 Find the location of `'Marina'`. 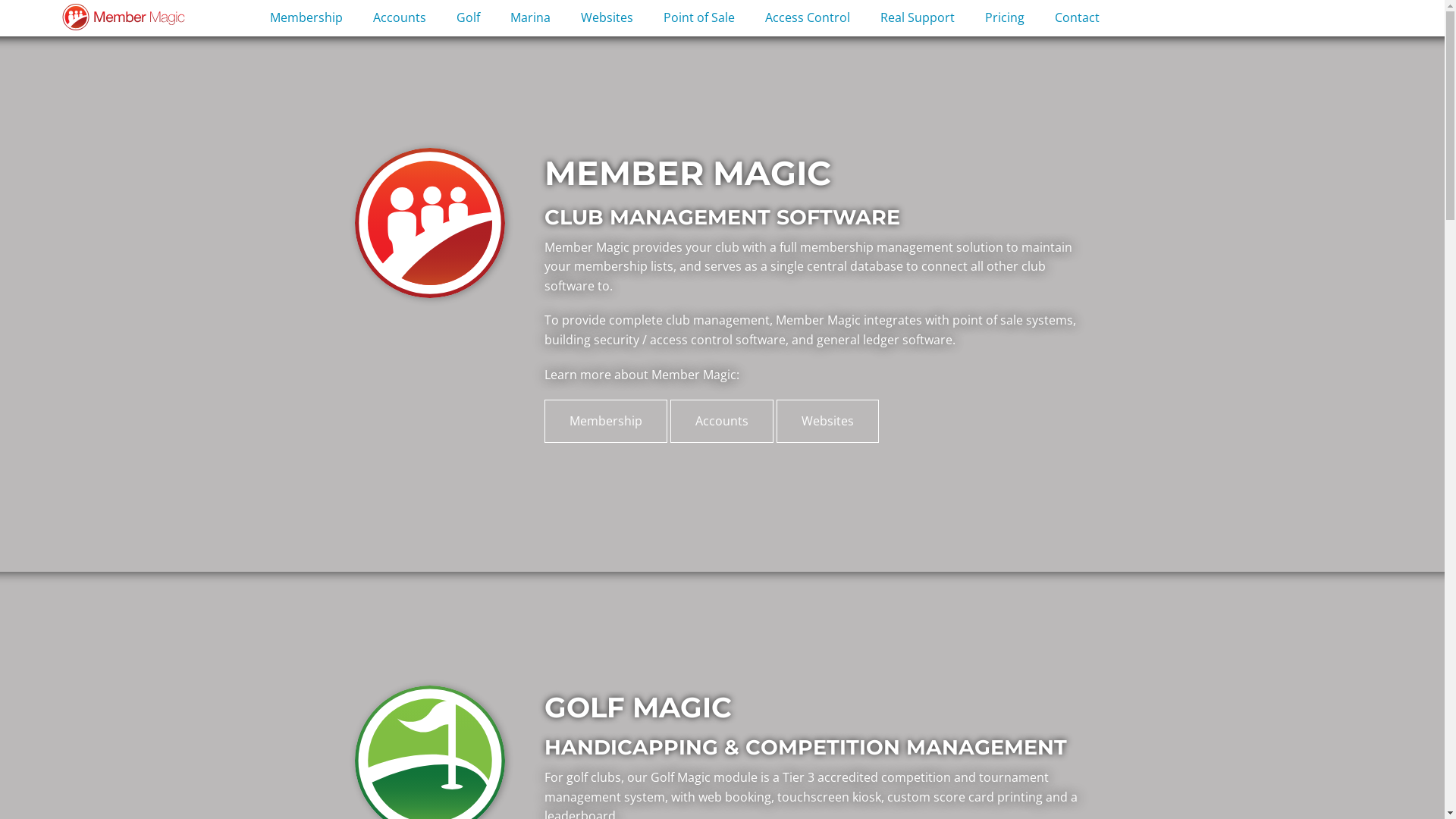

'Marina' is located at coordinates (530, 18).